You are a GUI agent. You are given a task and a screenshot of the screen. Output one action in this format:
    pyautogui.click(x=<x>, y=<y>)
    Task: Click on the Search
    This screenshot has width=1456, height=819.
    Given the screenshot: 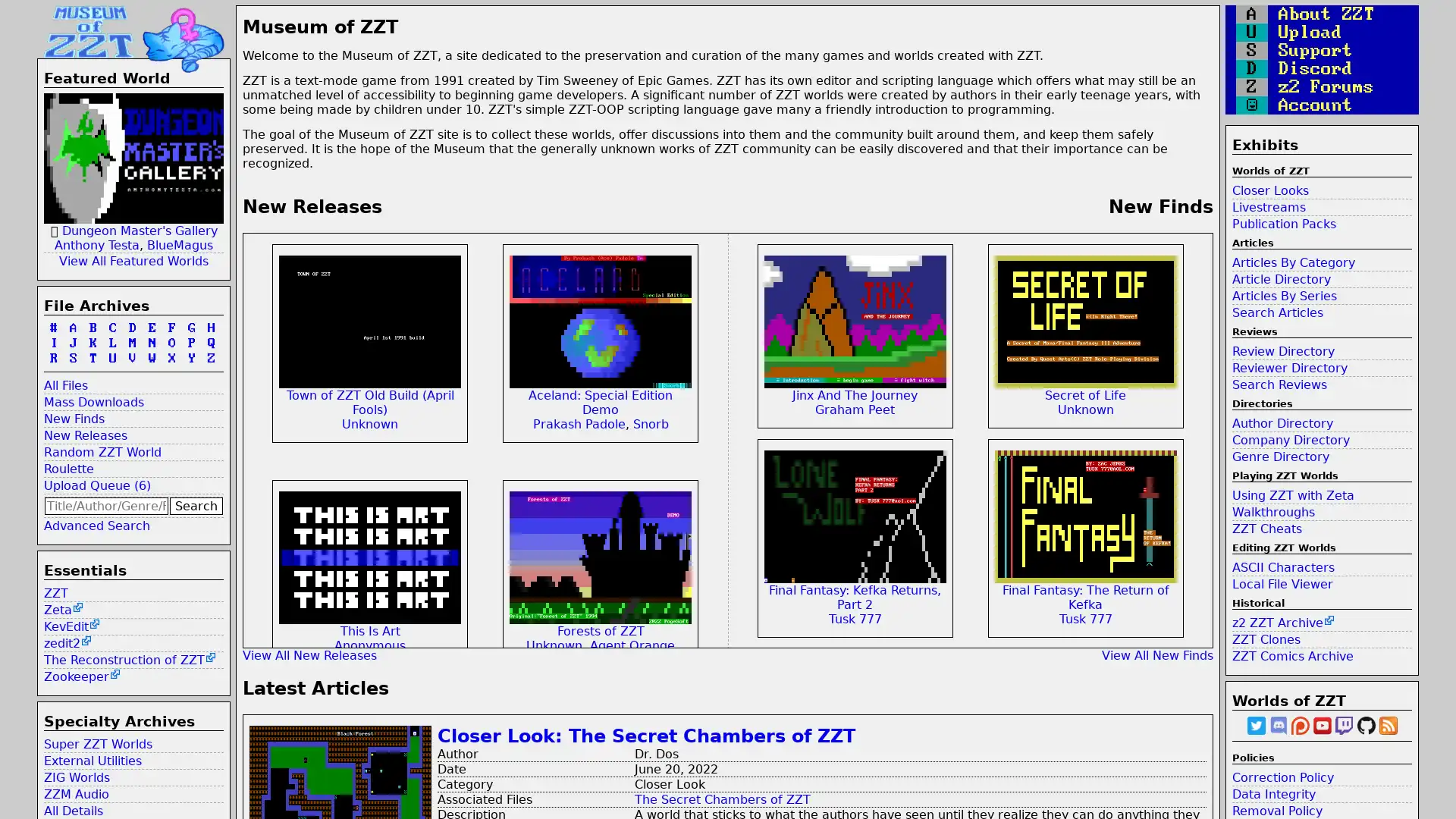 What is the action you would take?
    pyautogui.click(x=196, y=506)
    